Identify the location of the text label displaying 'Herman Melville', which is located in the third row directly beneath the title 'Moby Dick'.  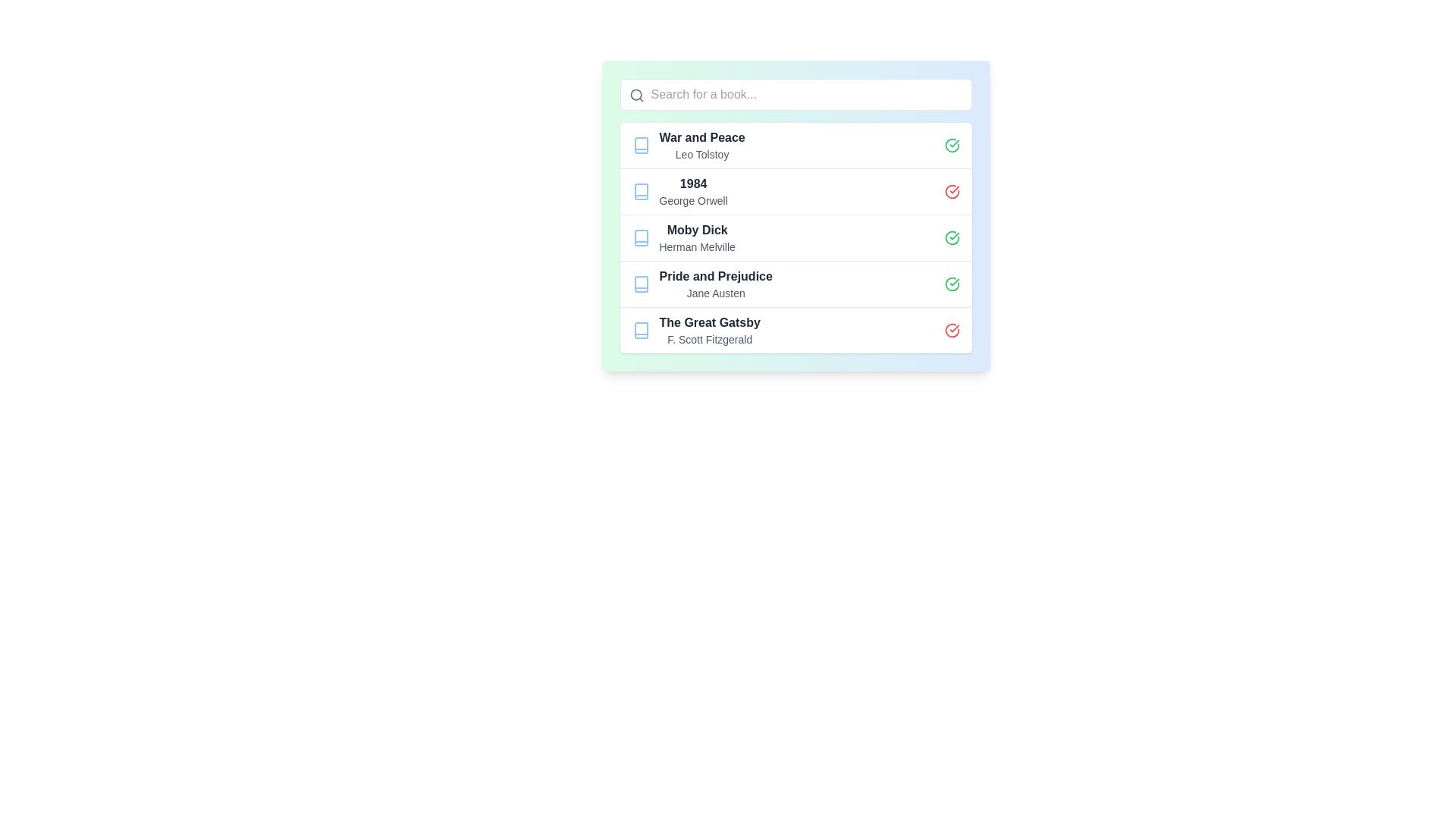
(696, 246).